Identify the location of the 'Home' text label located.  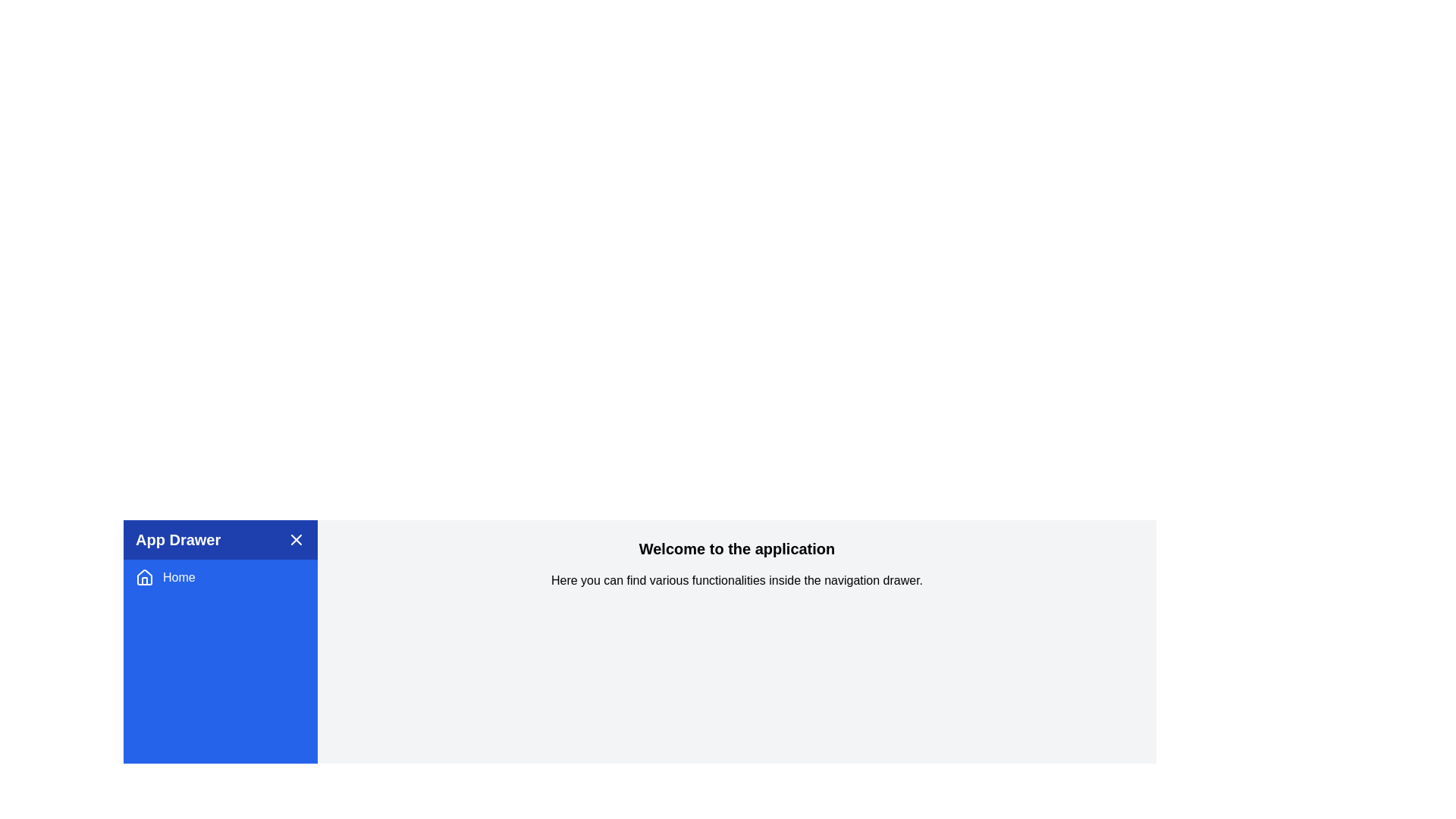
(179, 578).